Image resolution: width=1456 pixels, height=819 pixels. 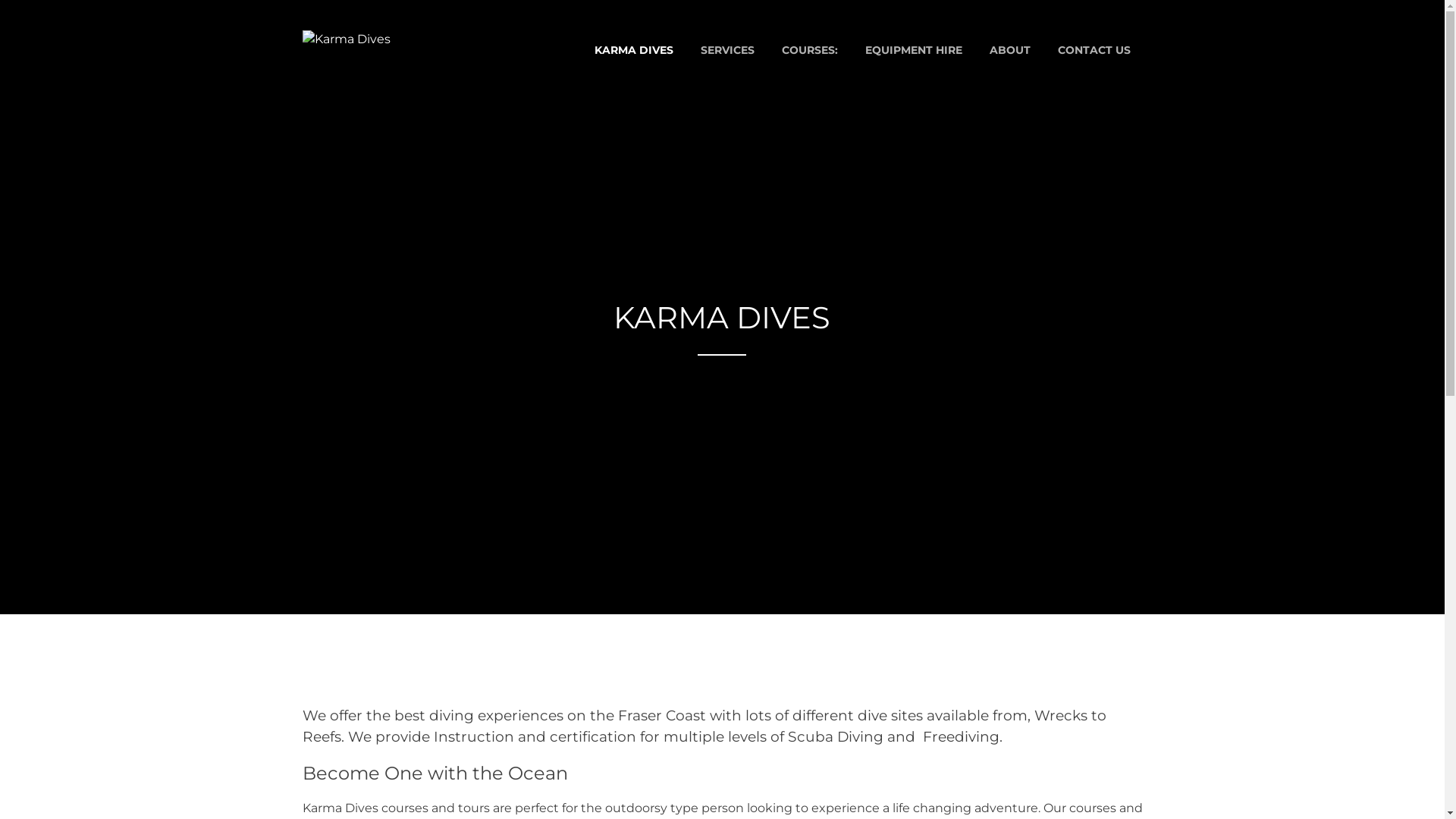 I want to click on 'SERVICES', so click(x=726, y=49).